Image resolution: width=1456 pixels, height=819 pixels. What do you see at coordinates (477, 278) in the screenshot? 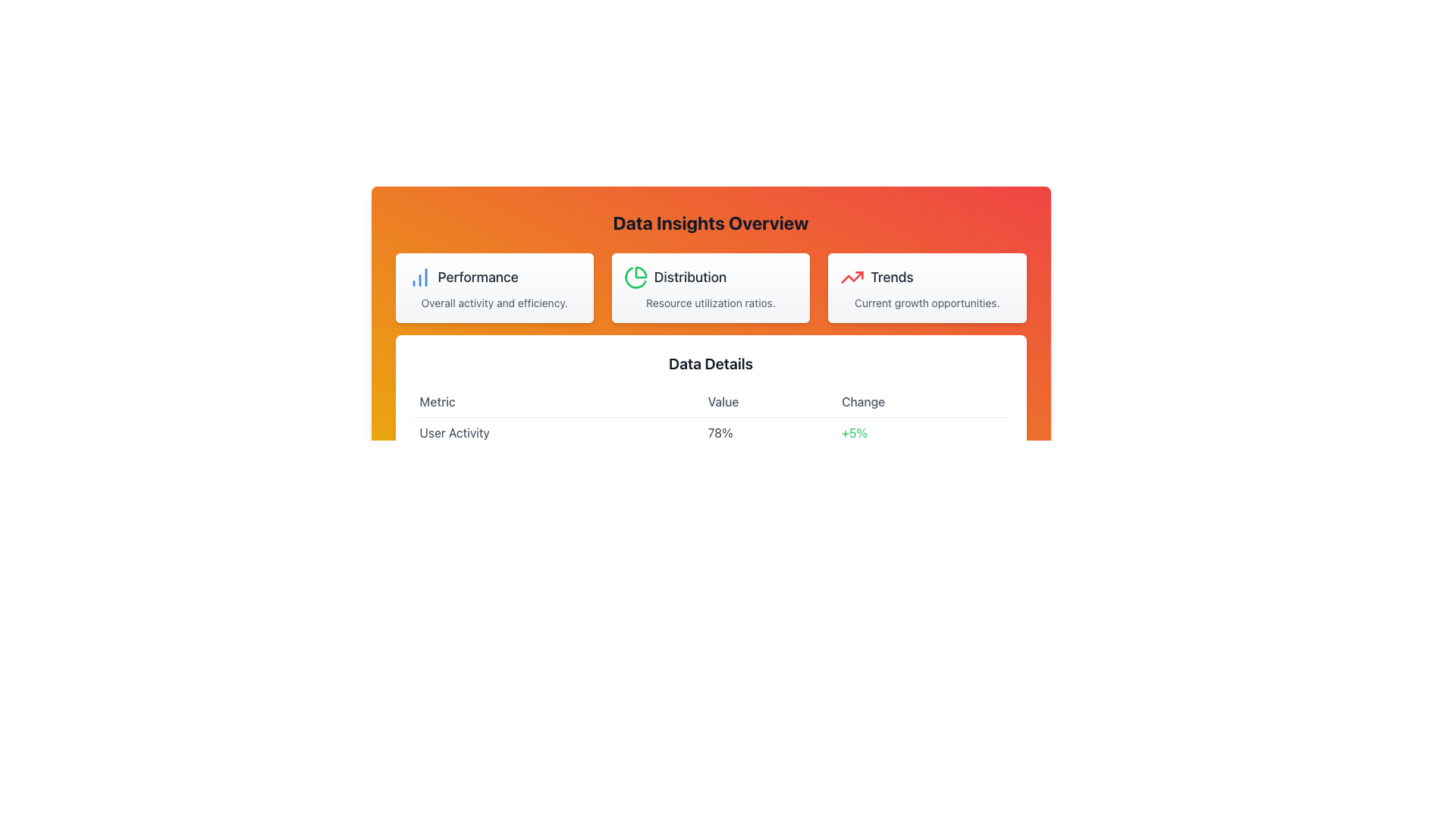
I see `the label located in the top-left card under the 'Data Insights Overview' heading for additional actions` at bounding box center [477, 278].